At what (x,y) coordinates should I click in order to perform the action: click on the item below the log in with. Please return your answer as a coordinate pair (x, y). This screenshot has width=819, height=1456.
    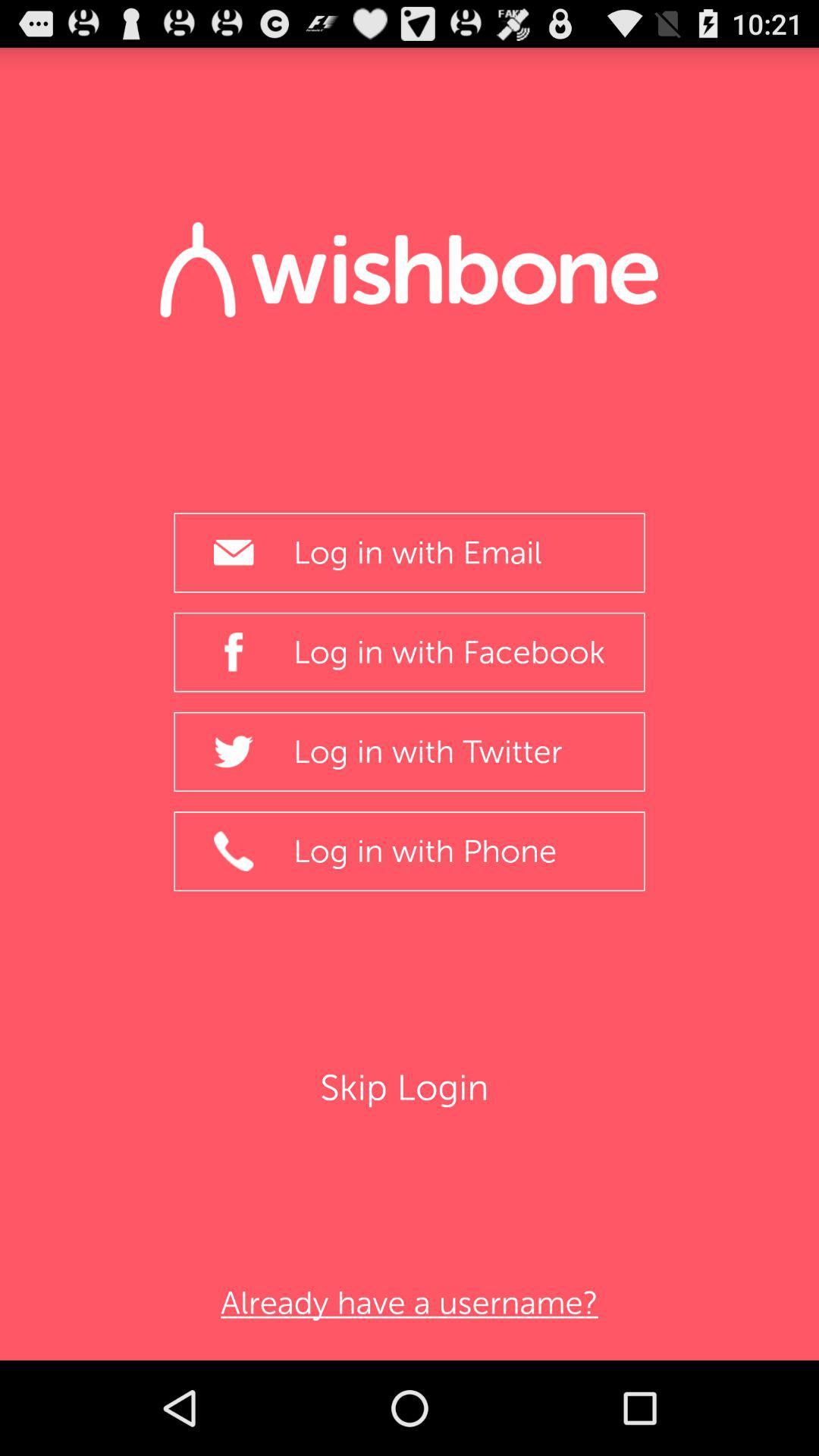
    Looking at the image, I should click on (408, 1087).